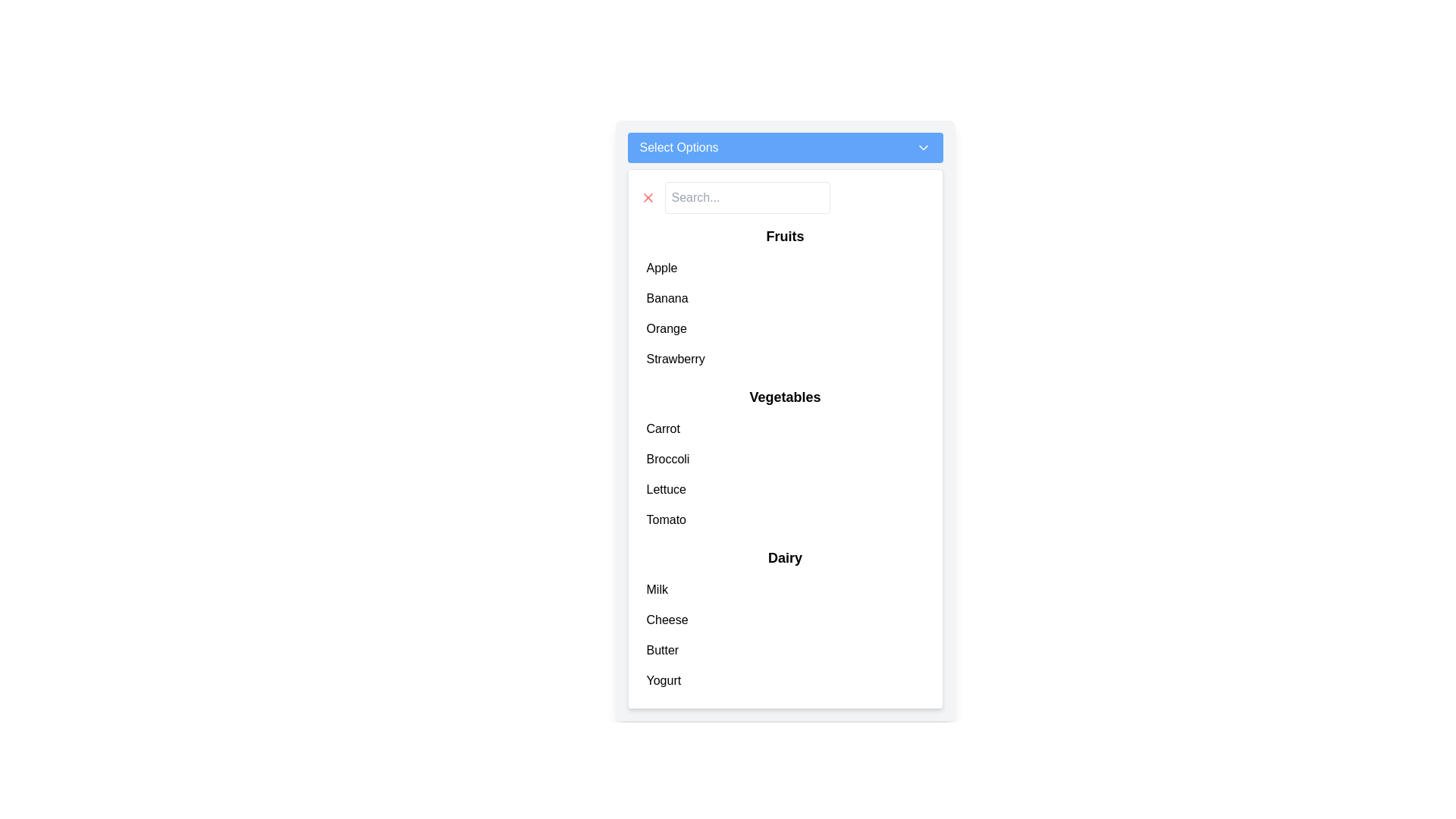 The width and height of the screenshot is (1456, 819). I want to click on to select the 'Strawberry' item in the middle of the 'Fruits' category list, which is positioned beneath 'Orange' and above 'Vegetables', so click(675, 359).